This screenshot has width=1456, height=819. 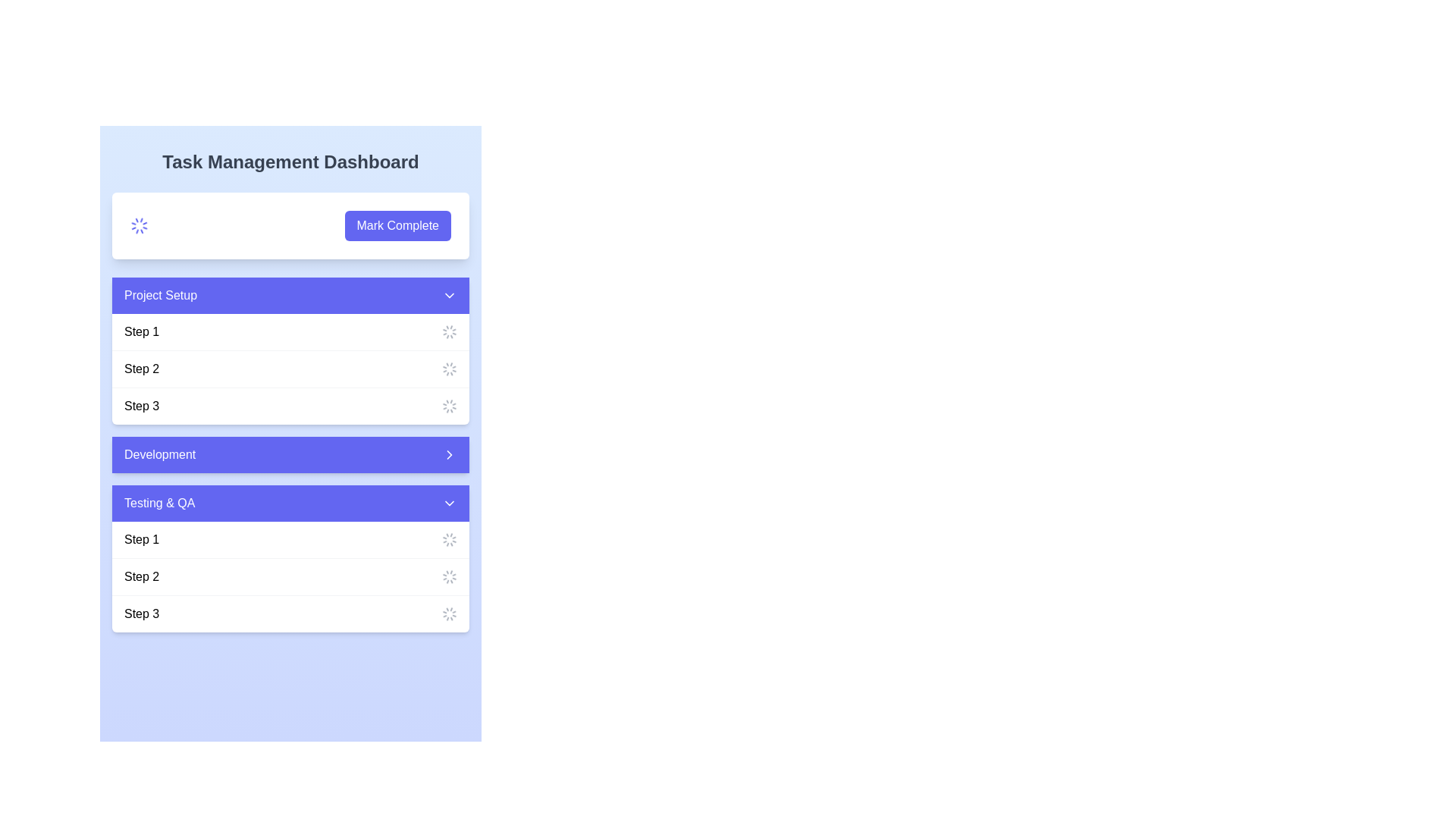 I want to click on the disclosure icon located to the right of the 'Development' text label in the collapsible header, so click(x=449, y=454).